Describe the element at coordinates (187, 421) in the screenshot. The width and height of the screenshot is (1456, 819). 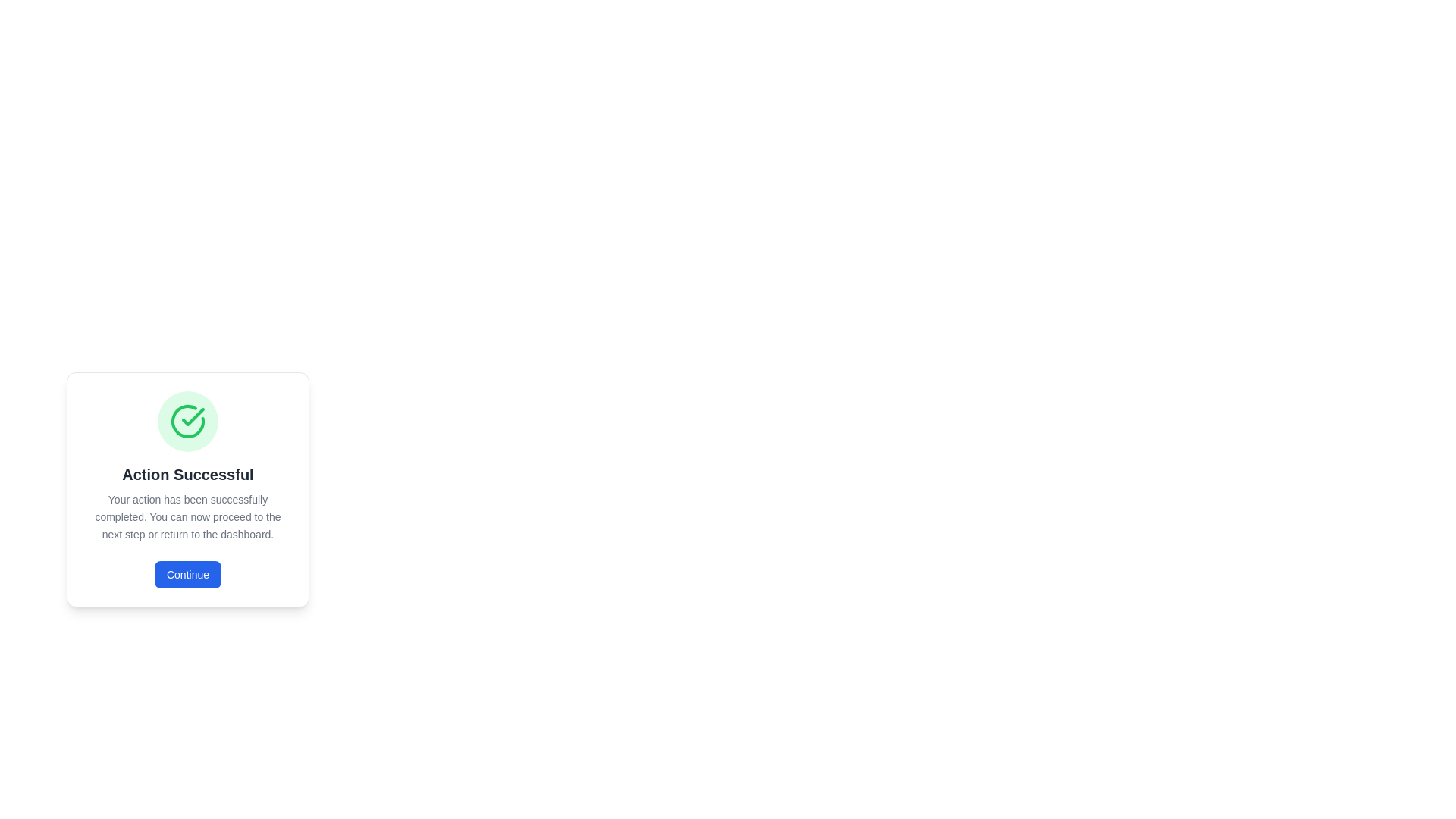
I see `the success confirmation icon located above the 'Action Successful' message in the center-top of the card component` at that location.